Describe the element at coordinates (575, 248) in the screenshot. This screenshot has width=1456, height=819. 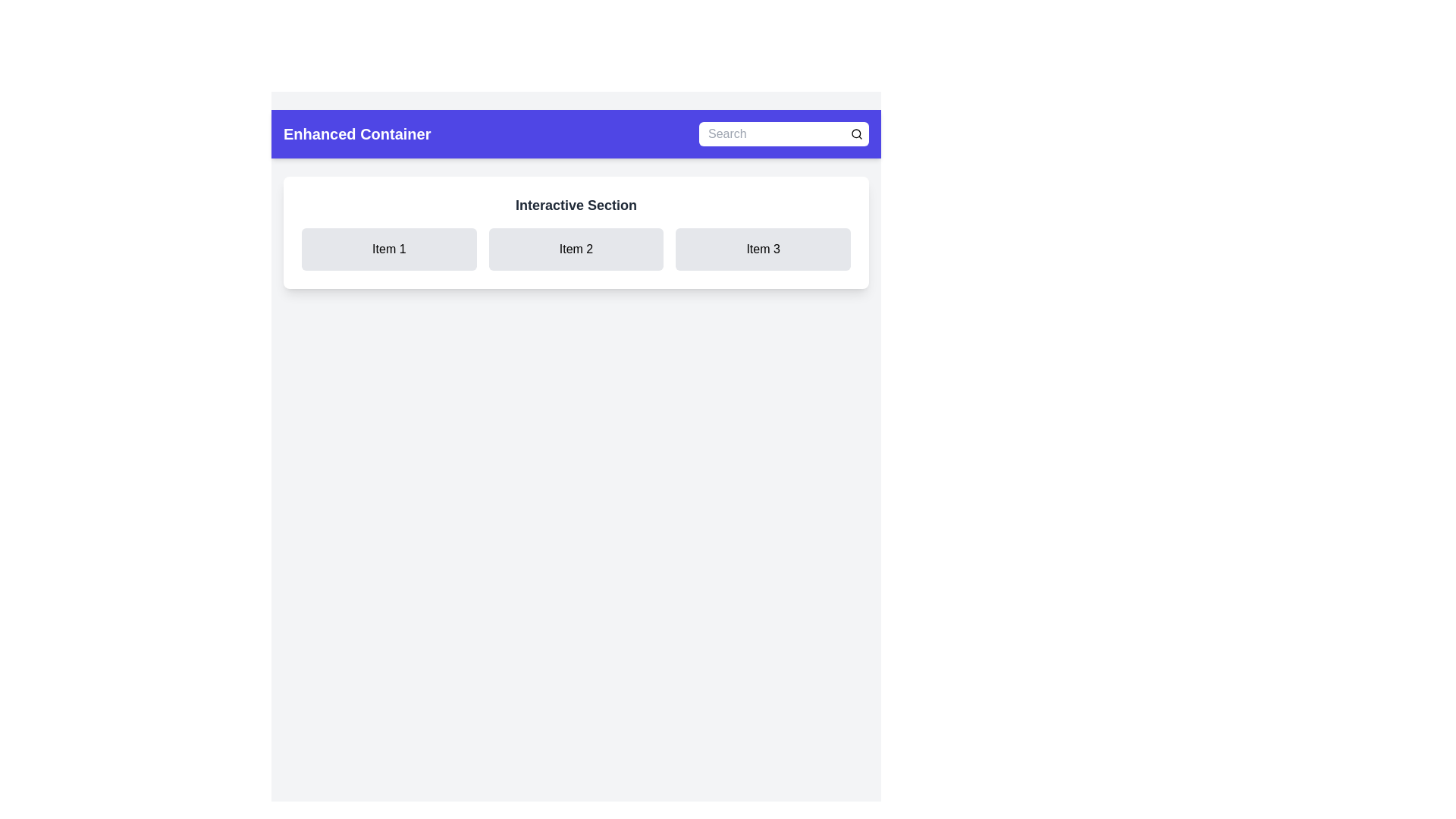
I see `the Button-like grid item labeled 'Item 2' with a light gray background and centered black text` at that location.